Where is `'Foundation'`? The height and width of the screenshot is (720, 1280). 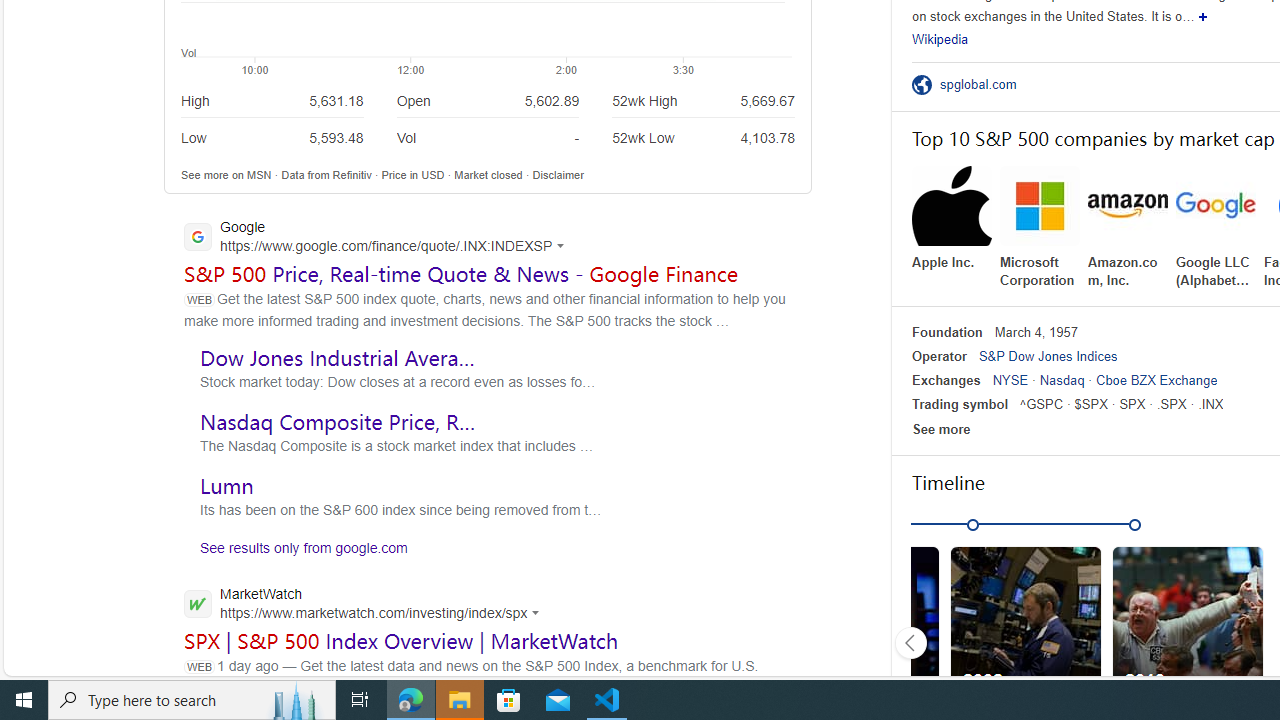
'Foundation' is located at coordinates (946, 331).